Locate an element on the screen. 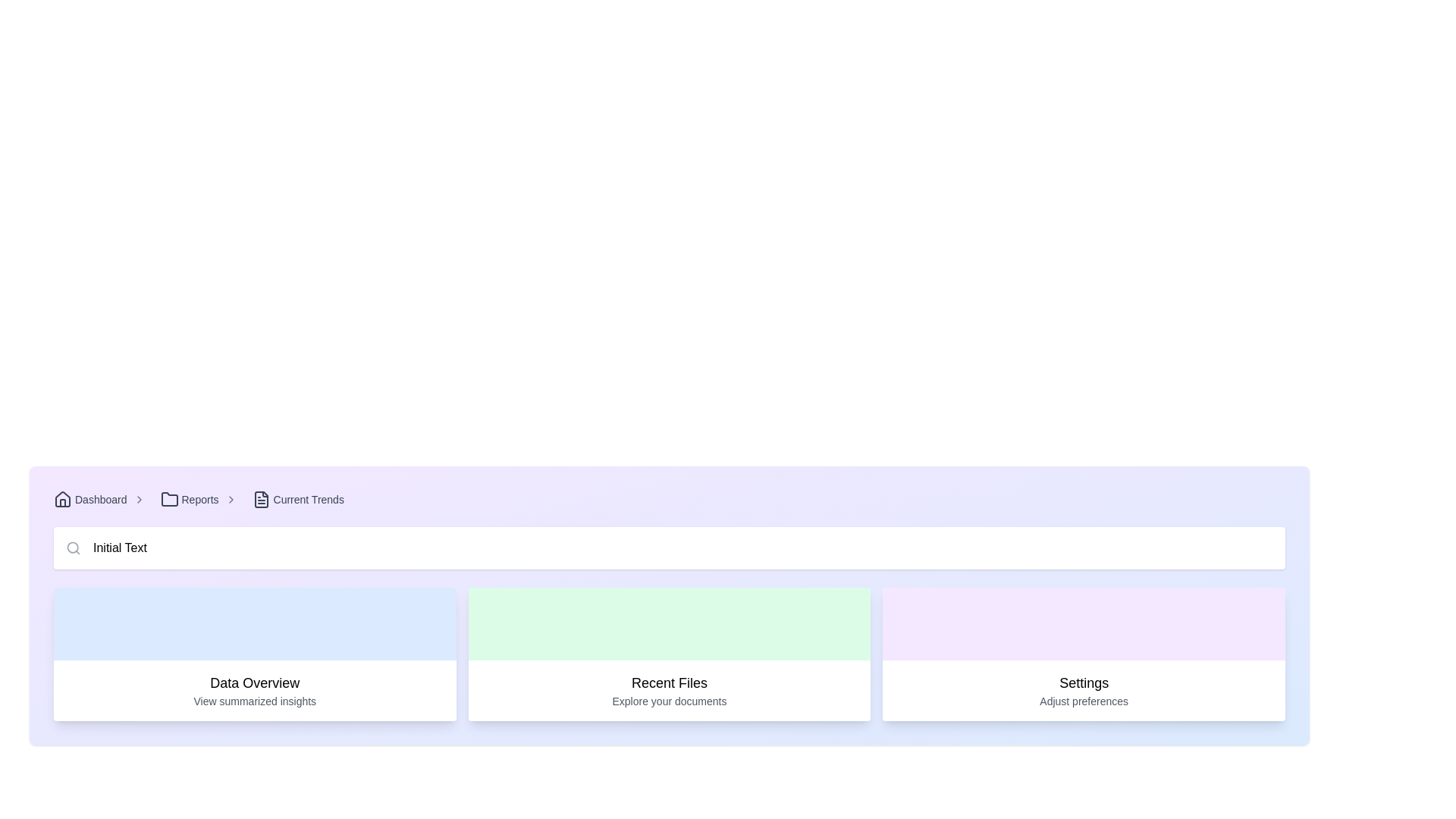 Image resolution: width=1456 pixels, height=819 pixels. the hyperlink with an associated house icon is located at coordinates (89, 500).